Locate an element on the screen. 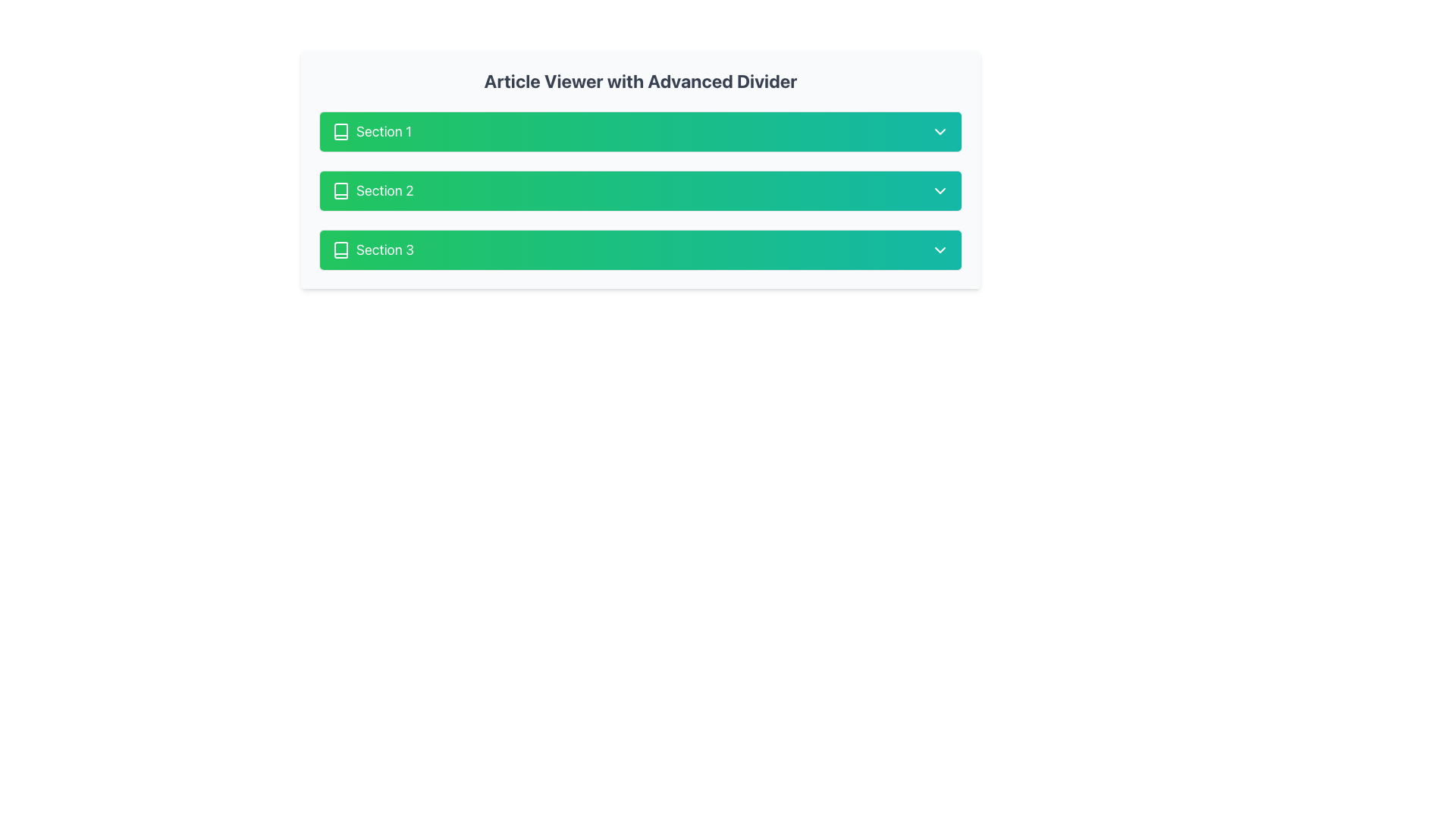 This screenshot has height=819, width=1456. the Label with Icon displaying 'Section 3' which is located on a green gradient background, aligned horizontally beside a book icon is located at coordinates (373, 249).